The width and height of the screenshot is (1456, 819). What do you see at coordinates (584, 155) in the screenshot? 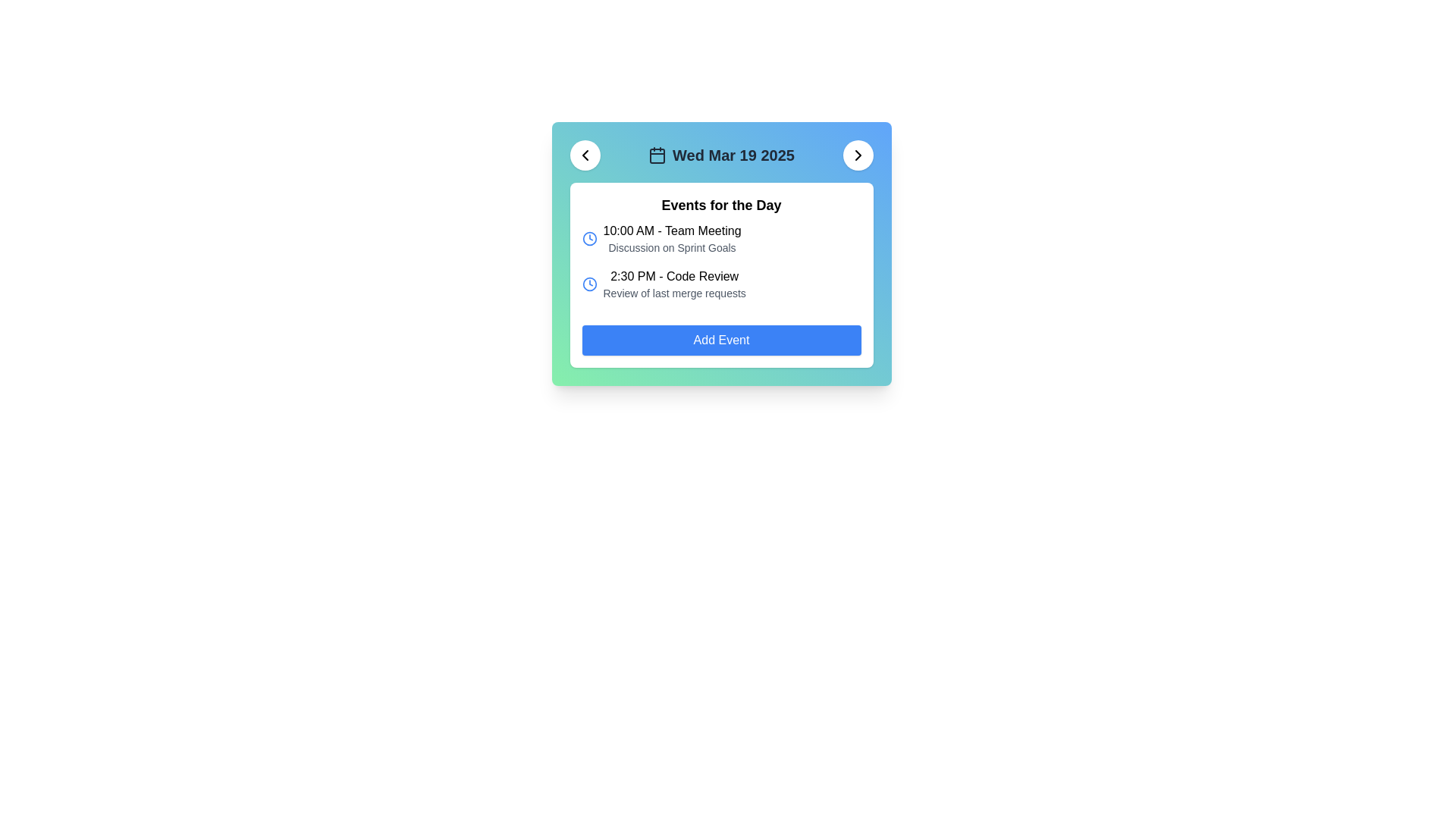
I see `the circular button located at the top-left corner of the calendar popup interface, which serves as a navigational button to go to the previous page or section` at bounding box center [584, 155].